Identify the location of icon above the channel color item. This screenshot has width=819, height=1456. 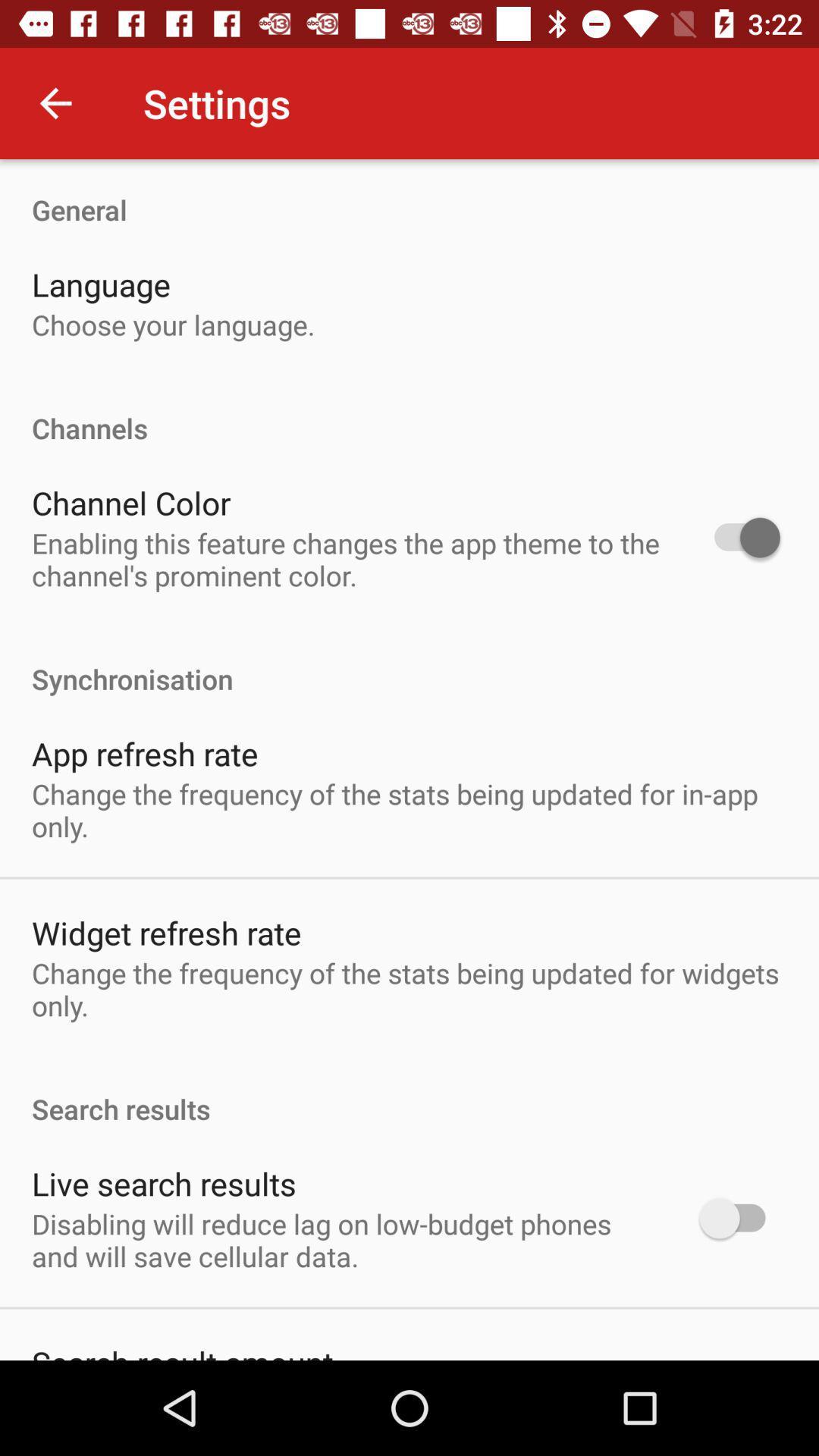
(409, 412).